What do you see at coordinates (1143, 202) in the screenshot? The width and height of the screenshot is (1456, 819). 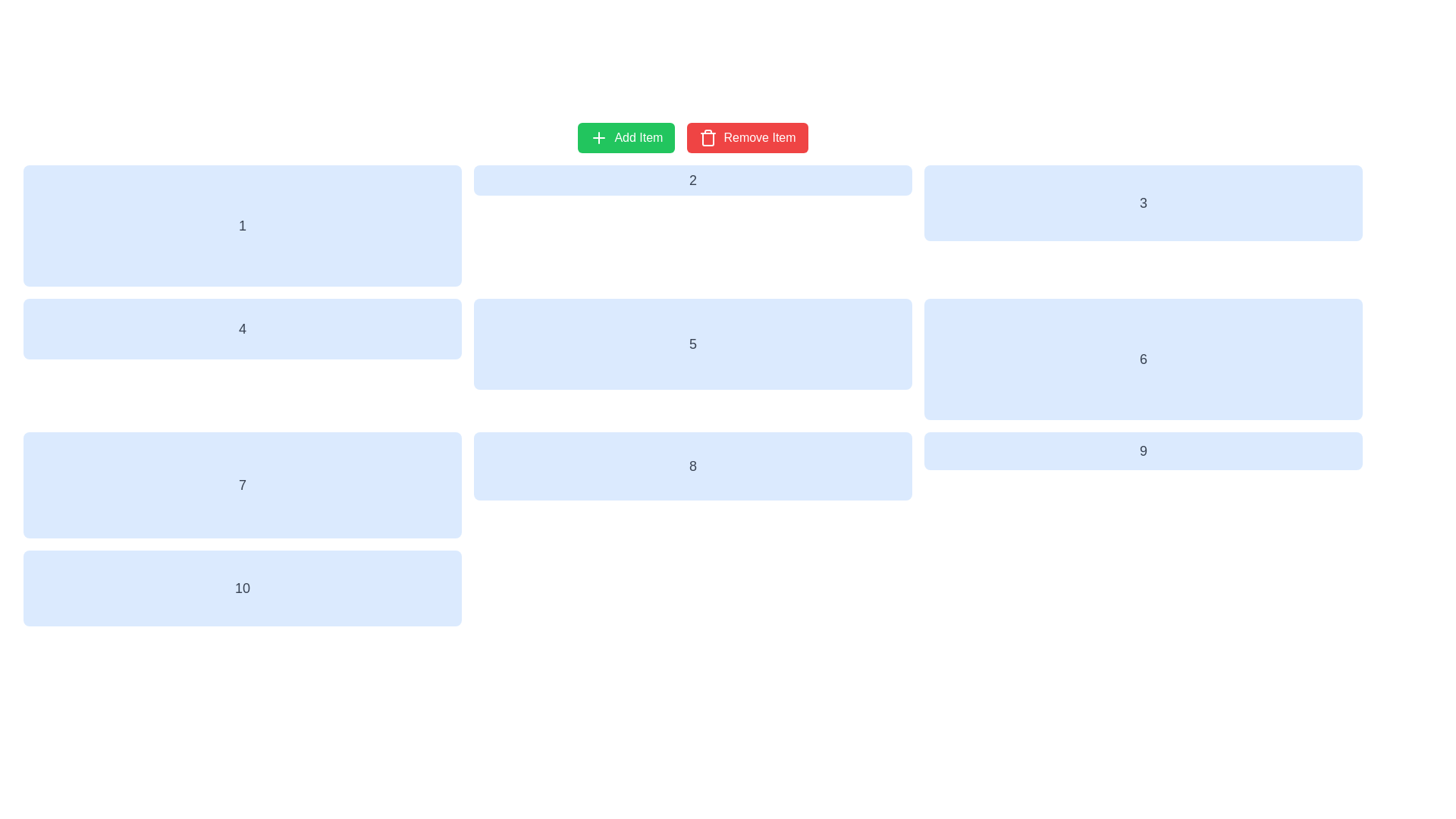 I see `the static display panel with a light blue background and the number '3' centered in gray font, which is the third item in the grid layout` at bounding box center [1143, 202].